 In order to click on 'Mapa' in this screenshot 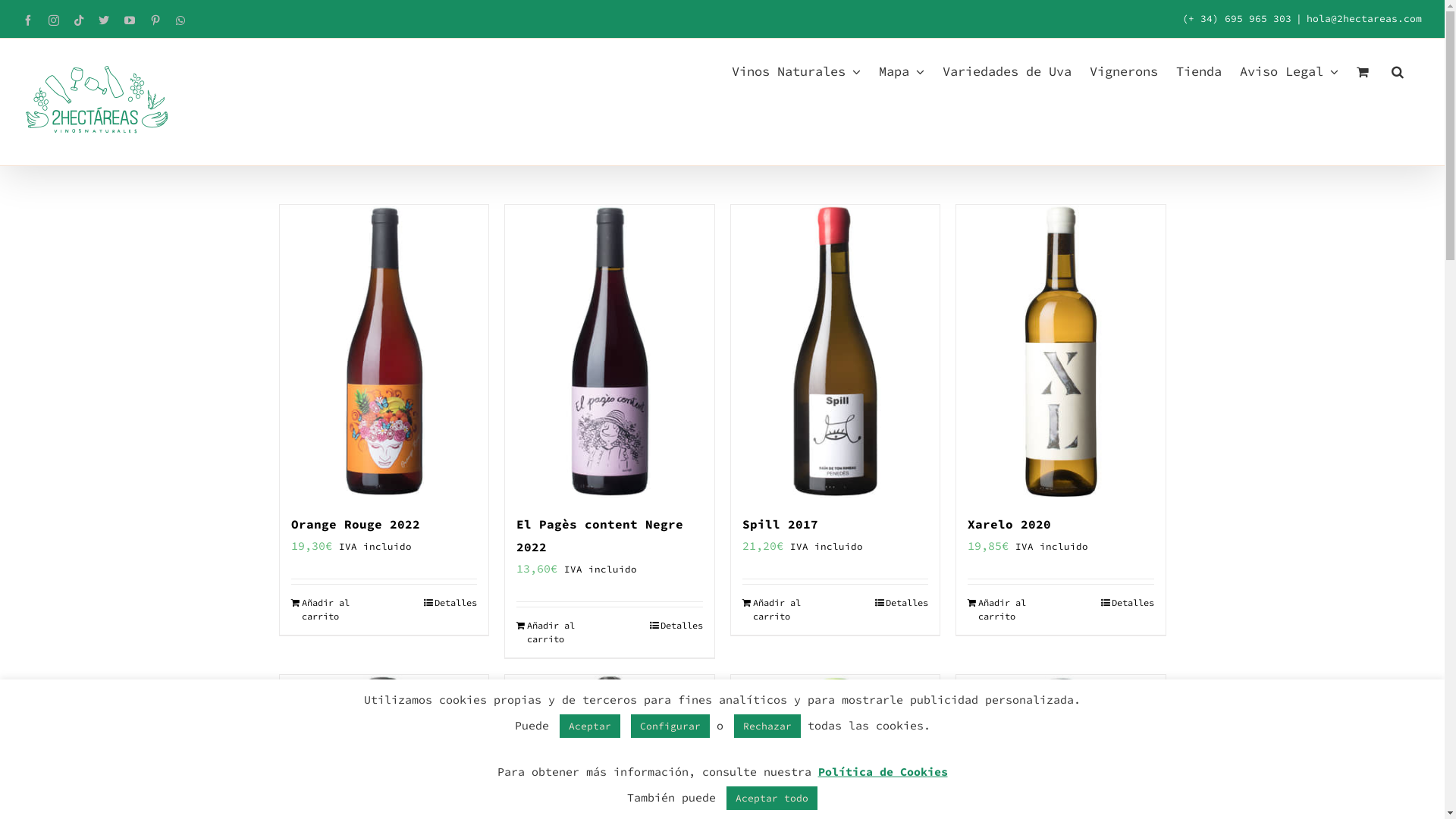, I will do `click(878, 70)`.